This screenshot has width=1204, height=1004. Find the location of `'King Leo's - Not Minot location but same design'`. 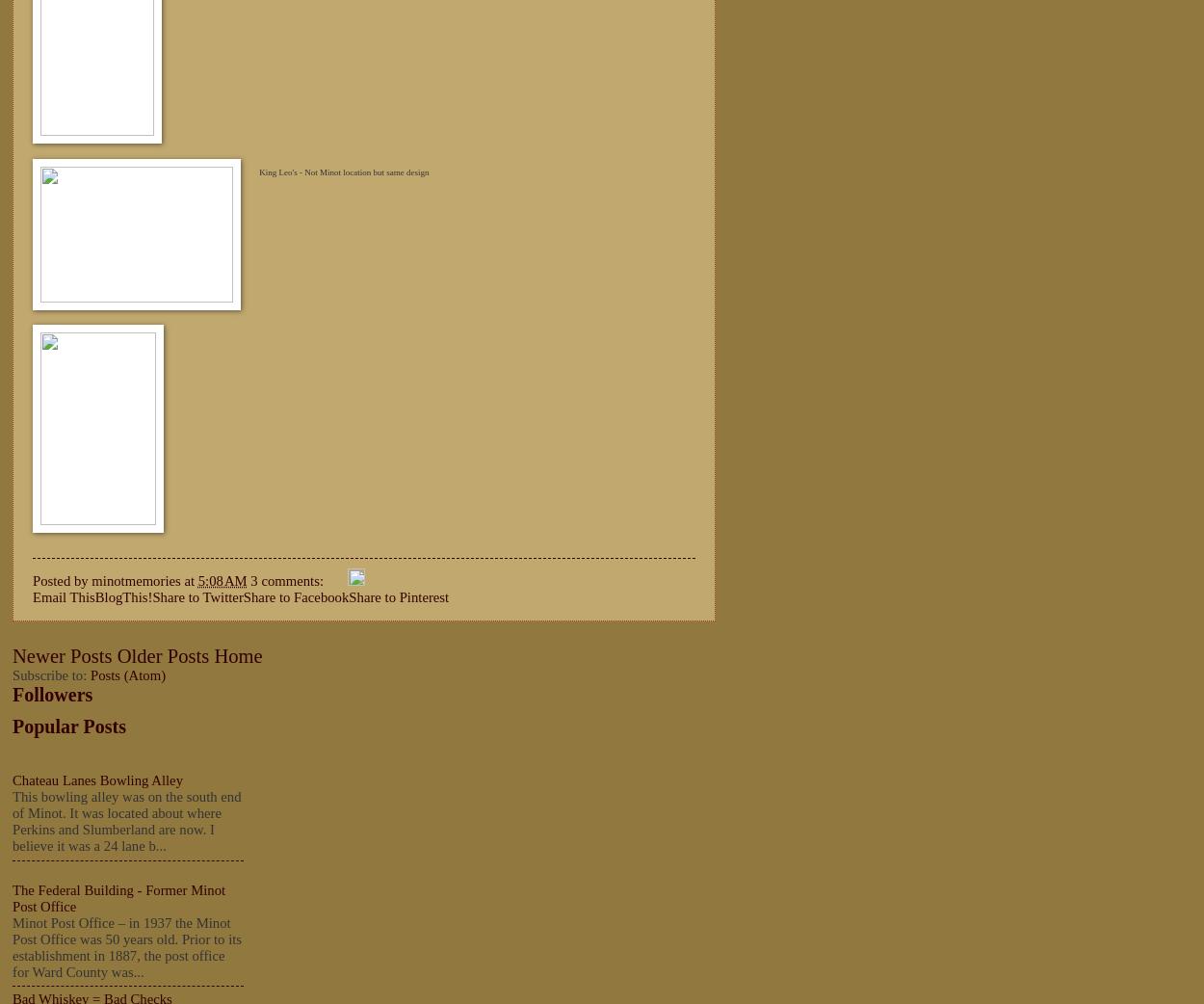

'King Leo's - Not Minot location but same design' is located at coordinates (343, 170).